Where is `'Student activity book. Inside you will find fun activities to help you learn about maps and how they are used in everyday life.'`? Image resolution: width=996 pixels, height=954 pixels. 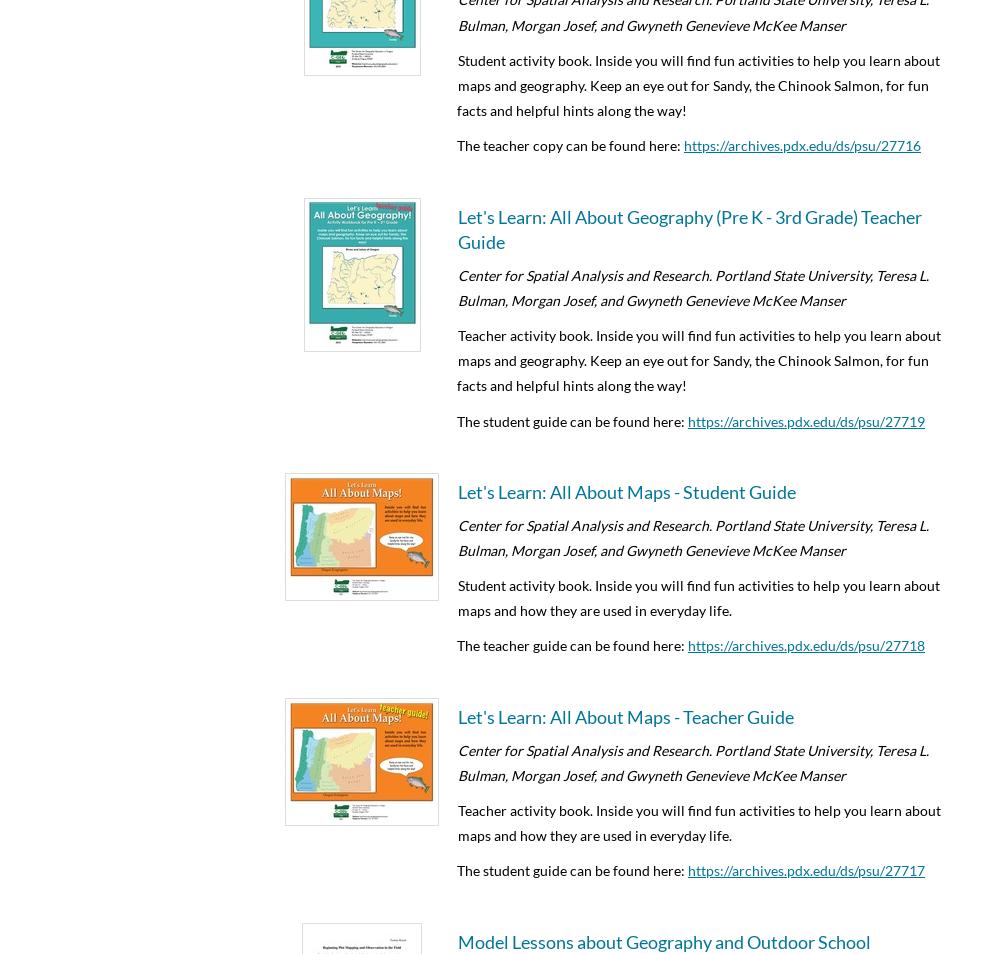
'Student activity book. Inside you will find fun activities to help you learn about maps and how they are used in everyday life.' is located at coordinates (698, 596).